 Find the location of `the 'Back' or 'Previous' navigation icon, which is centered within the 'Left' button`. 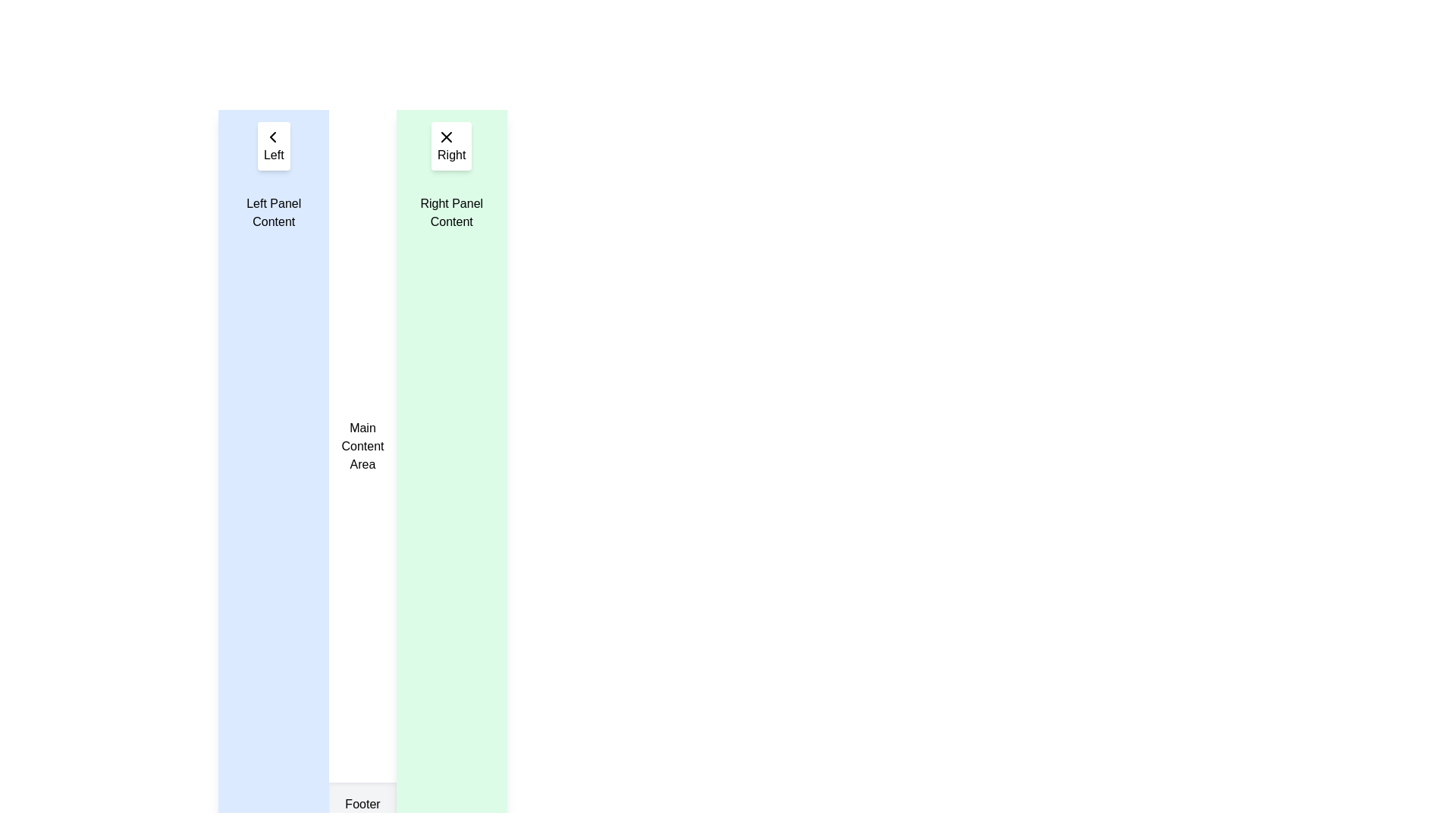

the 'Back' or 'Previous' navigation icon, which is centered within the 'Left' button is located at coordinates (272, 137).